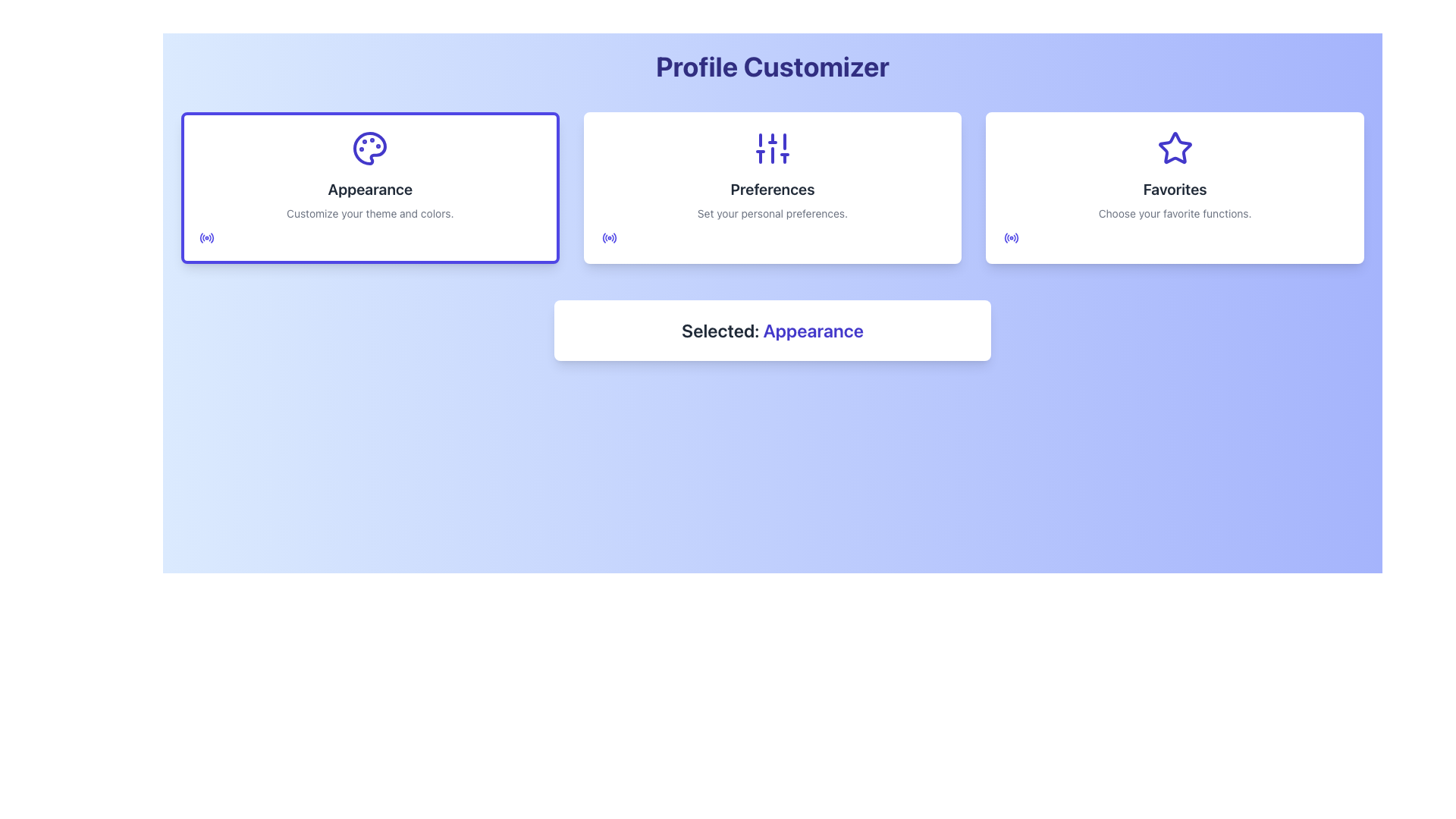  What do you see at coordinates (772, 329) in the screenshot?
I see `the Text Label that displays 'Selected: Appearance' in bold, large font with a blue color, located` at bounding box center [772, 329].